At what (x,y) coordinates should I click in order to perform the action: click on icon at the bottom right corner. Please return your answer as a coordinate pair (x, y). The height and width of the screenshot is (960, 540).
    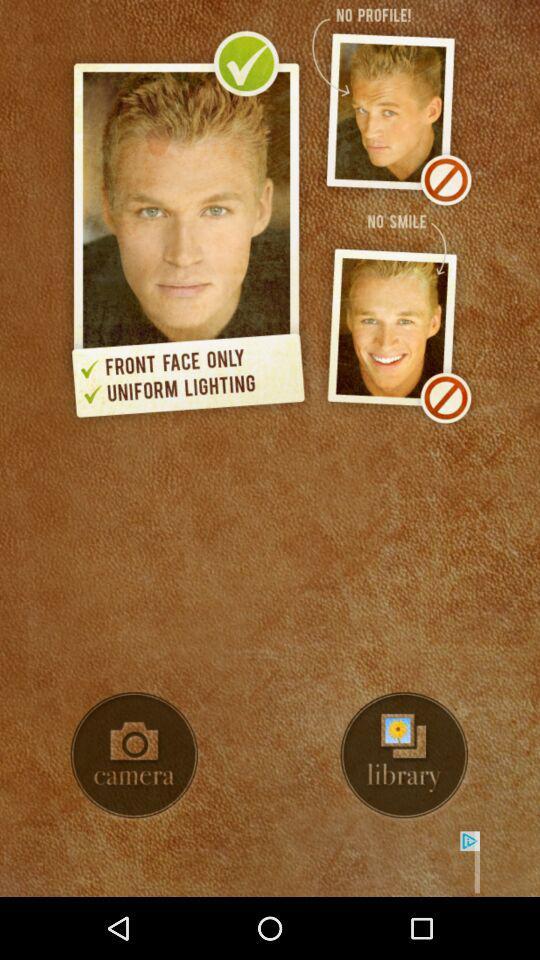
    Looking at the image, I should click on (405, 754).